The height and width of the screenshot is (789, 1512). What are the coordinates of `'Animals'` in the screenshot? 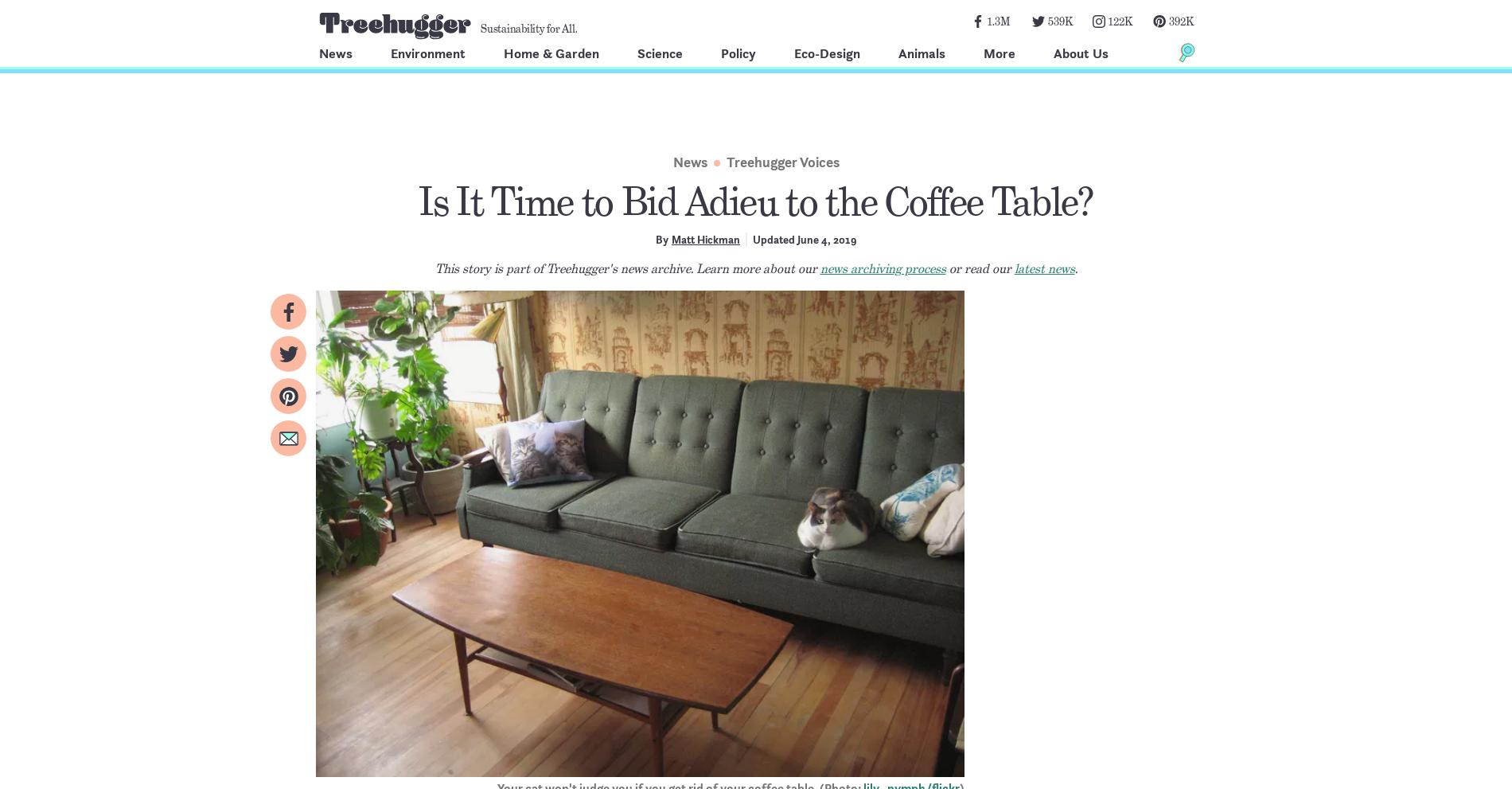 It's located at (922, 53).